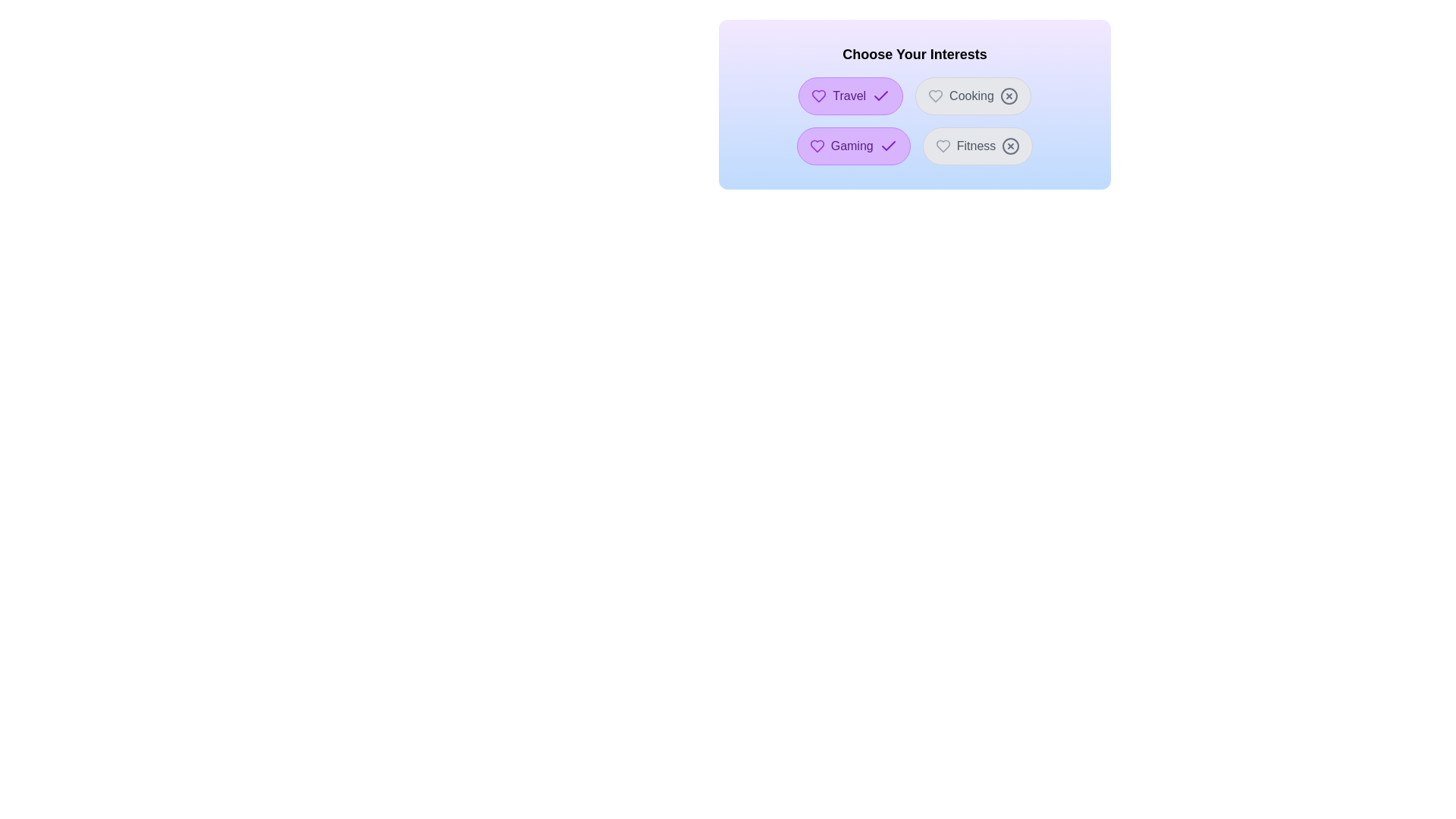 This screenshot has width=1456, height=819. I want to click on the interest Gaming by clicking its button, so click(852, 146).